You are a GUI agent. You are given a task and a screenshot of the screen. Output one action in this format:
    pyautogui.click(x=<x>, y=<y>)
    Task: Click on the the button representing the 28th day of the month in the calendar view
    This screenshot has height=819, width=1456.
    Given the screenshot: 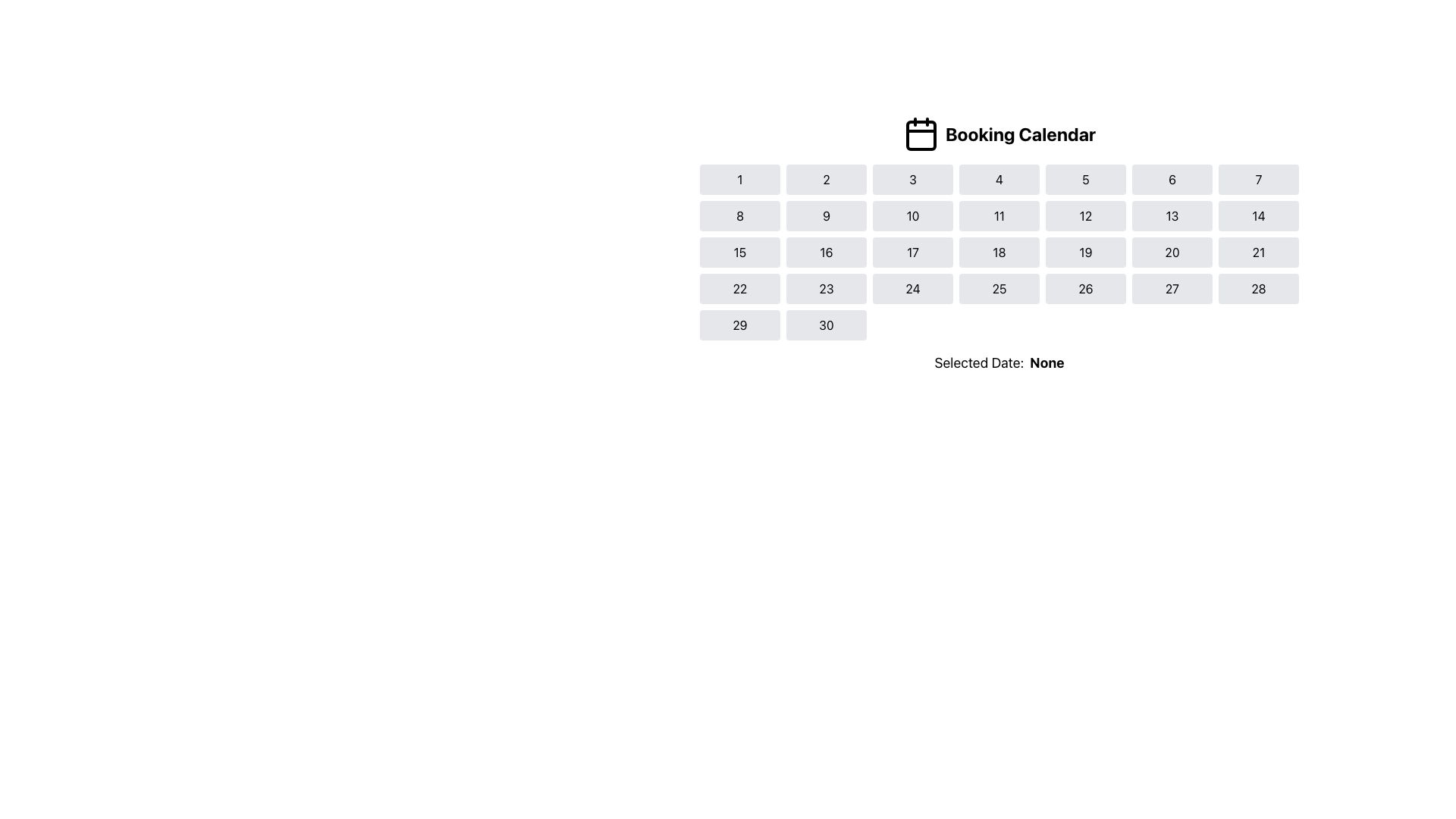 What is the action you would take?
    pyautogui.click(x=1259, y=289)
    